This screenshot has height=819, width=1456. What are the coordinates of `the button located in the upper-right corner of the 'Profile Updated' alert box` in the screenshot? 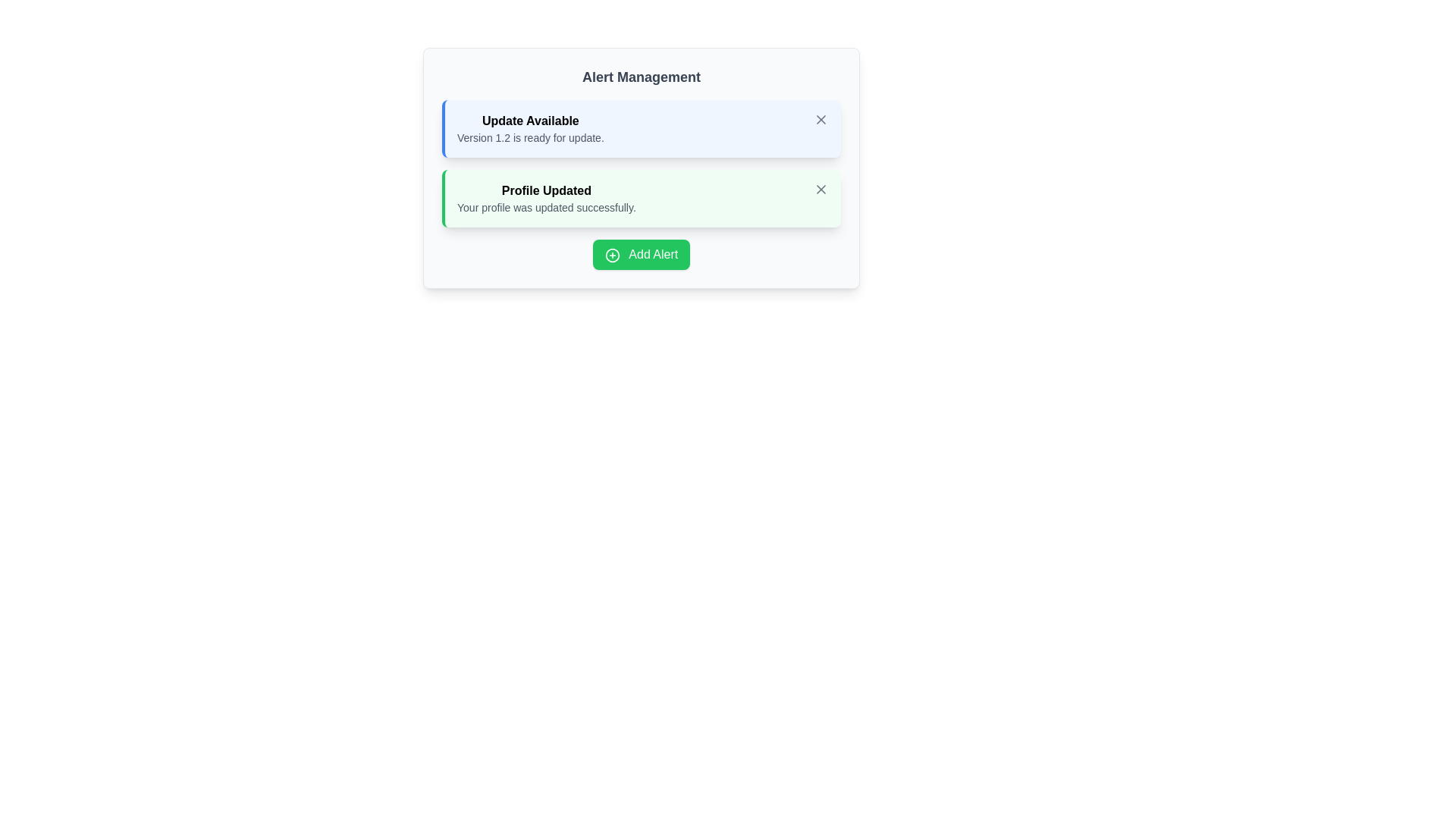 It's located at (821, 189).